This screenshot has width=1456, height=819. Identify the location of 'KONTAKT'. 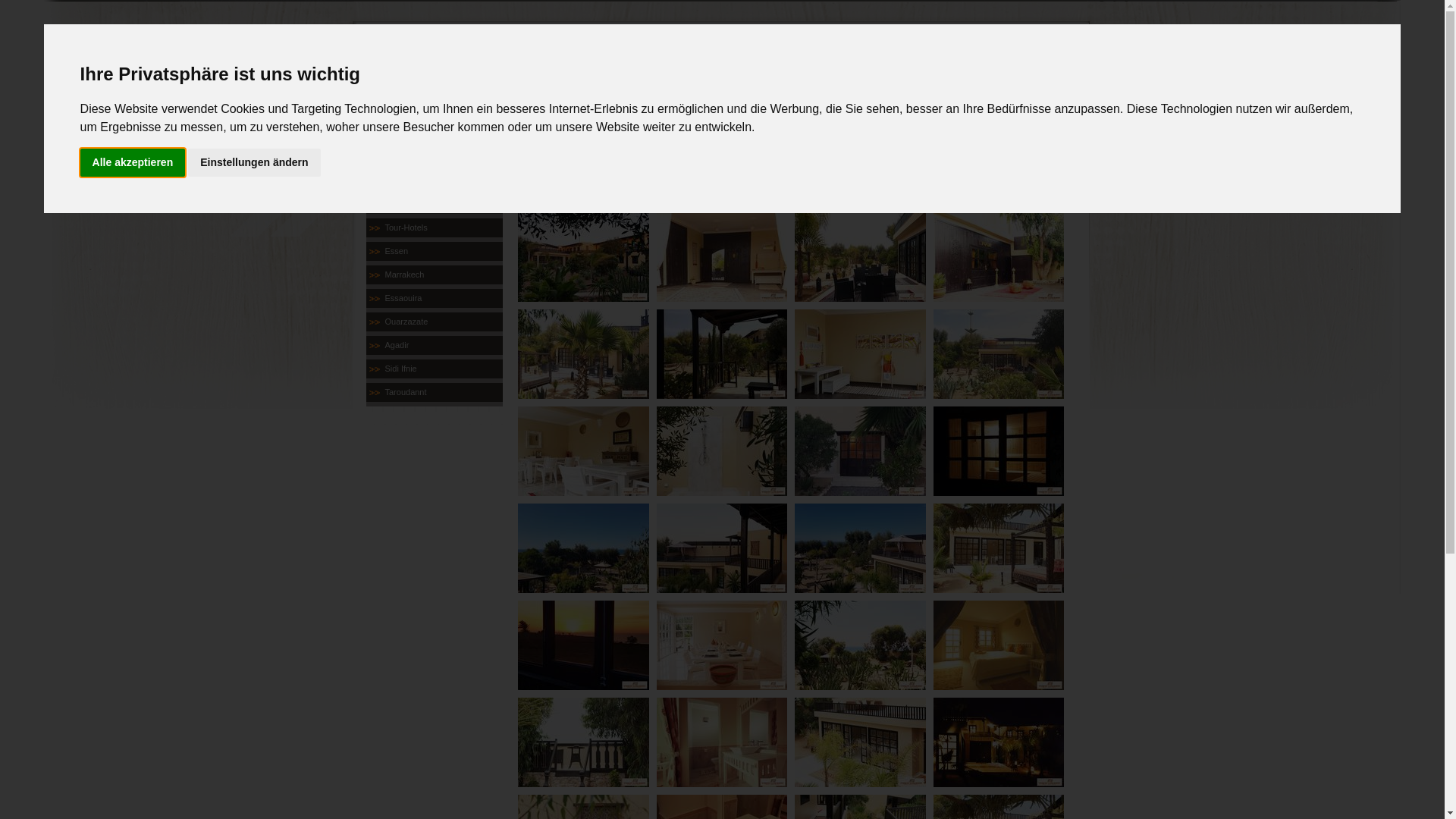
(897, 154).